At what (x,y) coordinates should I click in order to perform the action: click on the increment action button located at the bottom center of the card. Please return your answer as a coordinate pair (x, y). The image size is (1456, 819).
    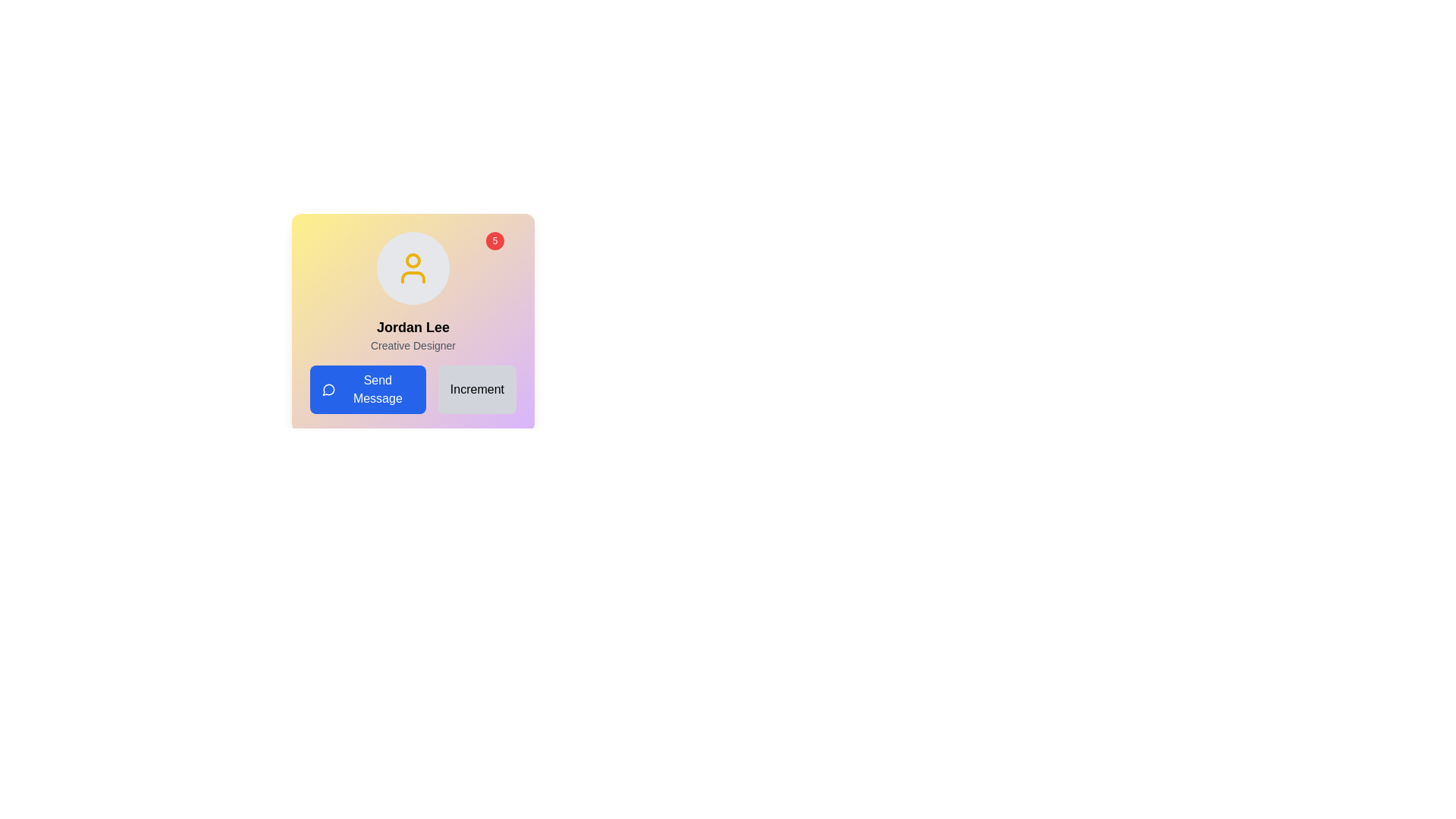
    Looking at the image, I should click on (476, 388).